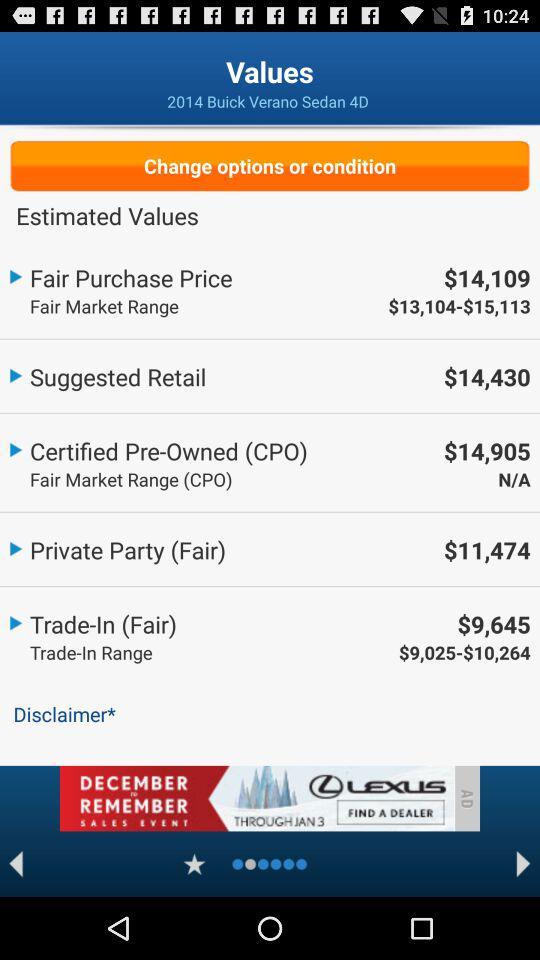 This screenshot has width=540, height=960. What do you see at coordinates (14, 620) in the screenshot?
I see `icon which is left of tradein fair` at bounding box center [14, 620].